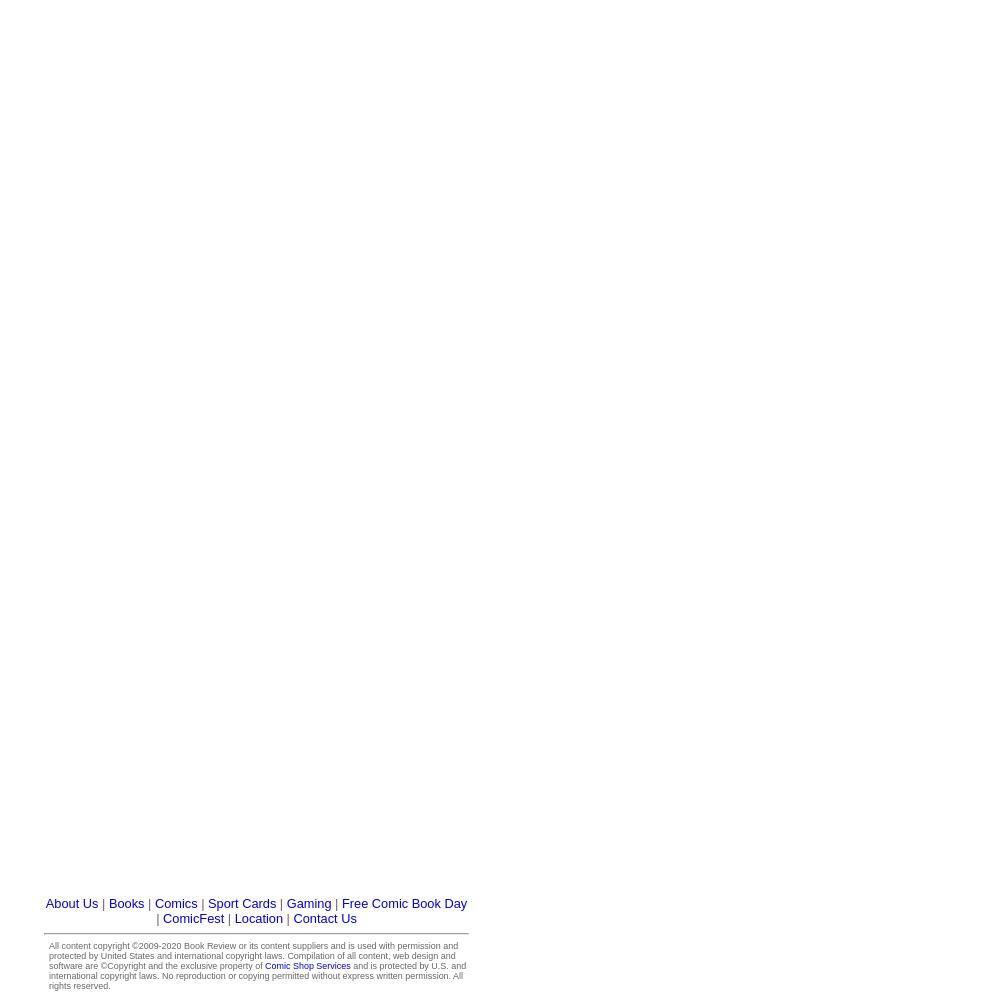  What do you see at coordinates (152, 903) in the screenshot?
I see `'Comics'` at bounding box center [152, 903].